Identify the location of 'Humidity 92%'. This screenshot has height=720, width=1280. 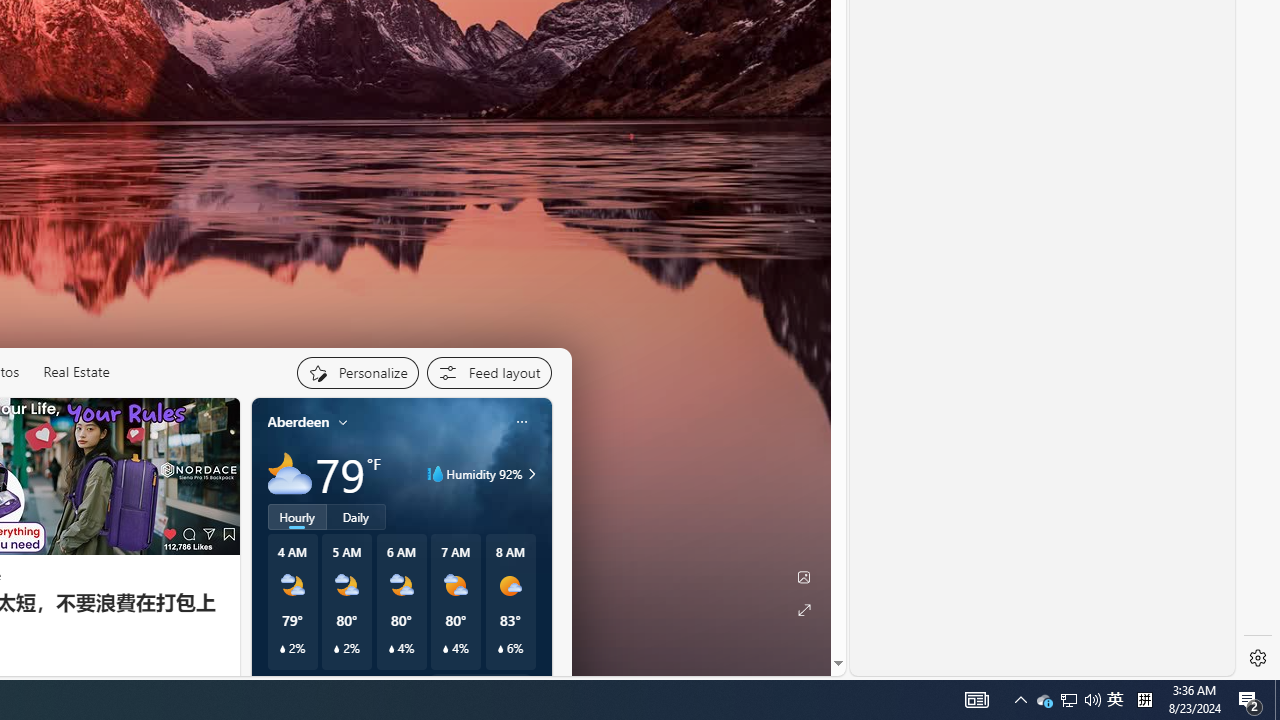
(529, 474).